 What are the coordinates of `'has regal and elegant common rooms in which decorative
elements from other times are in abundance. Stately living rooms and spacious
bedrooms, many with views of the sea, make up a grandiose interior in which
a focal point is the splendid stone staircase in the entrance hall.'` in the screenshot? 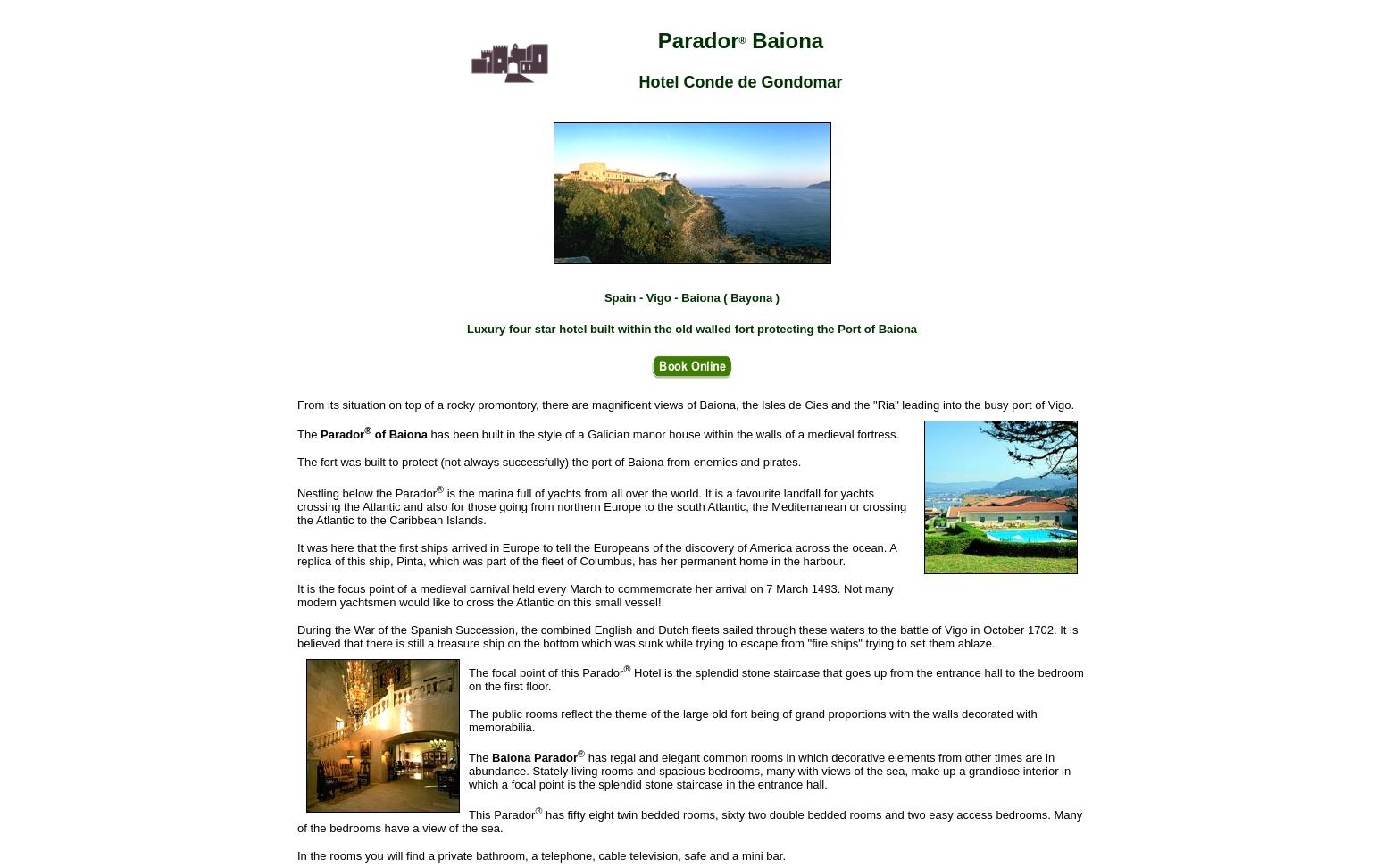 It's located at (769, 771).